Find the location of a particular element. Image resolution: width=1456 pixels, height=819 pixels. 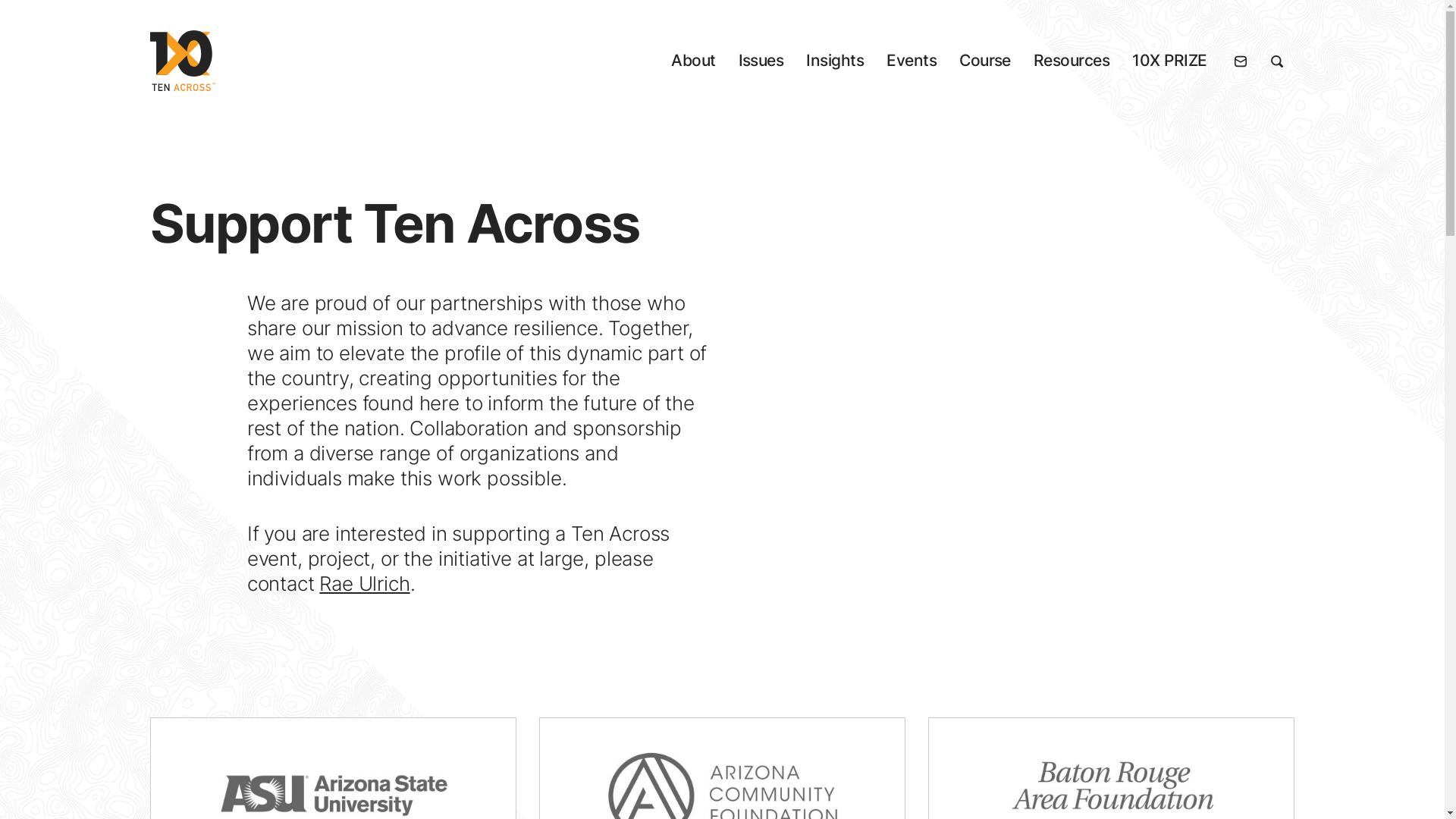

'Course' is located at coordinates (985, 60).